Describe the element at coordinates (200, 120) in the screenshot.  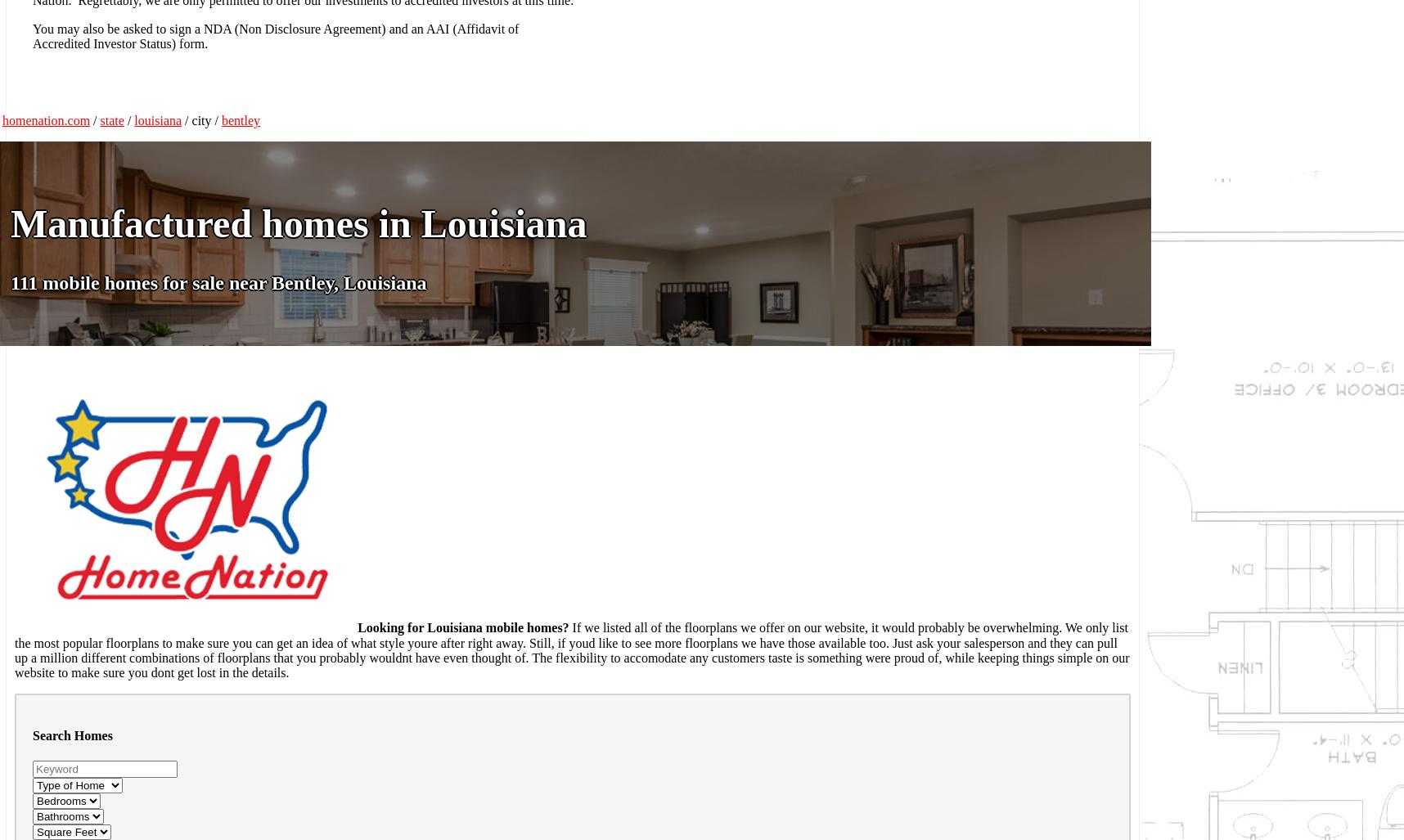
I see `'/ city /'` at that location.